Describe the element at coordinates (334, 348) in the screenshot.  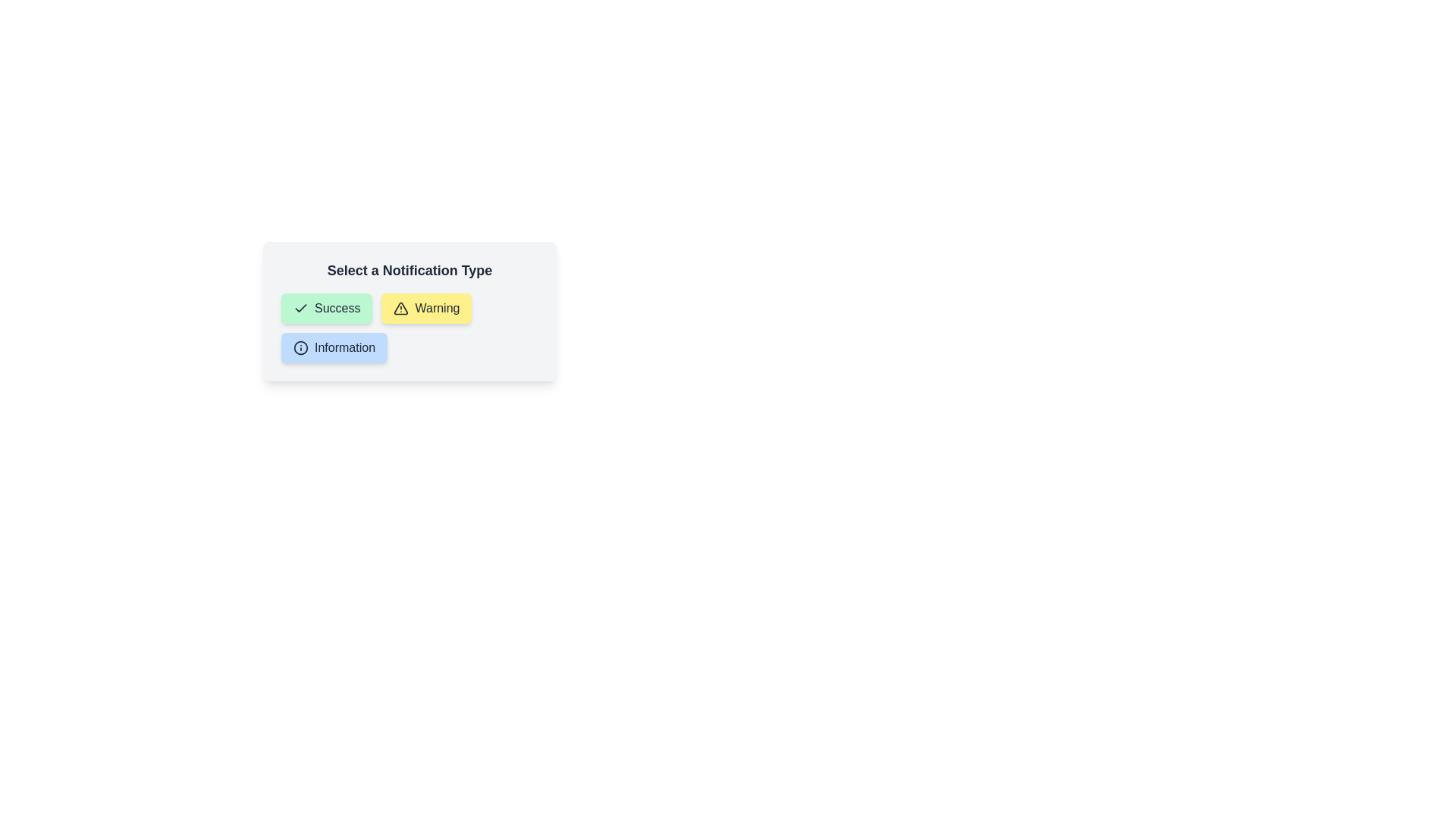
I see `the chip labeled Information` at that location.